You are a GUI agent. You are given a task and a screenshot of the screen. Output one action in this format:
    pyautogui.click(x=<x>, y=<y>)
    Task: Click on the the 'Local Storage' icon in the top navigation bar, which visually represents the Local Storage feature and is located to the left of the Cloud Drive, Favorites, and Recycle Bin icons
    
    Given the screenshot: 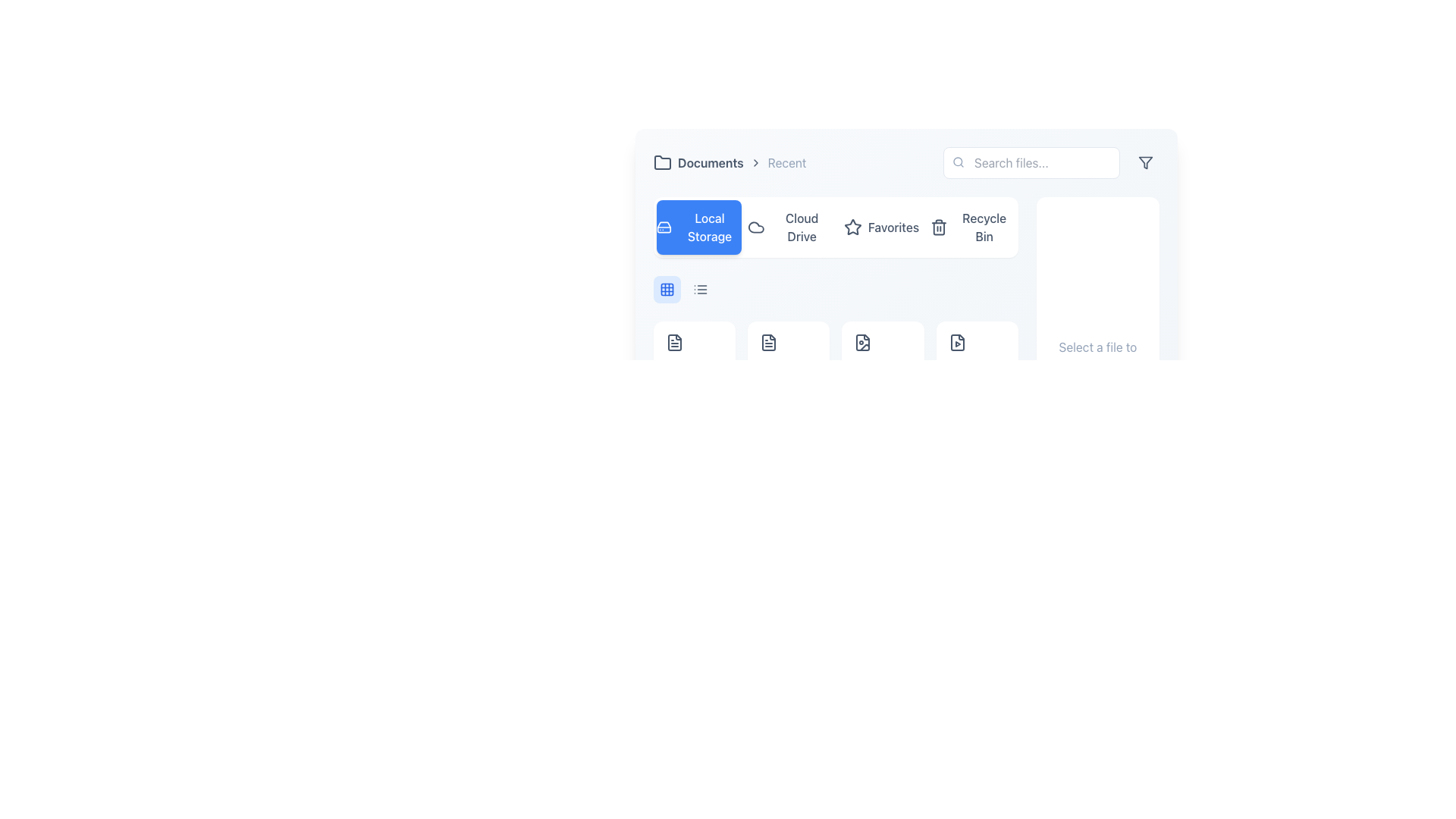 What is the action you would take?
    pyautogui.click(x=664, y=227)
    